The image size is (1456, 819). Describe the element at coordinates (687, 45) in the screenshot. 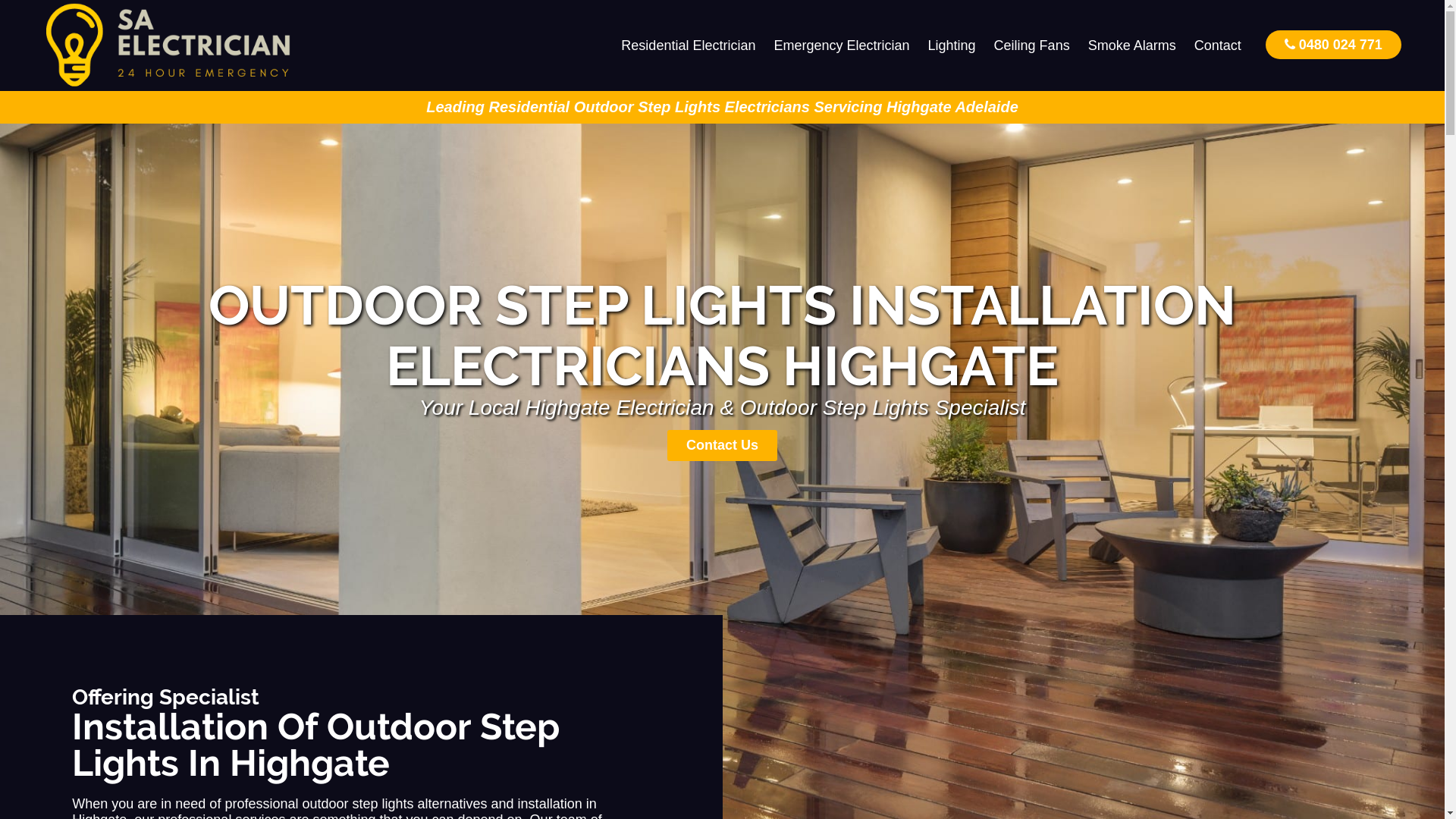

I see `'Residential Electrician'` at that location.